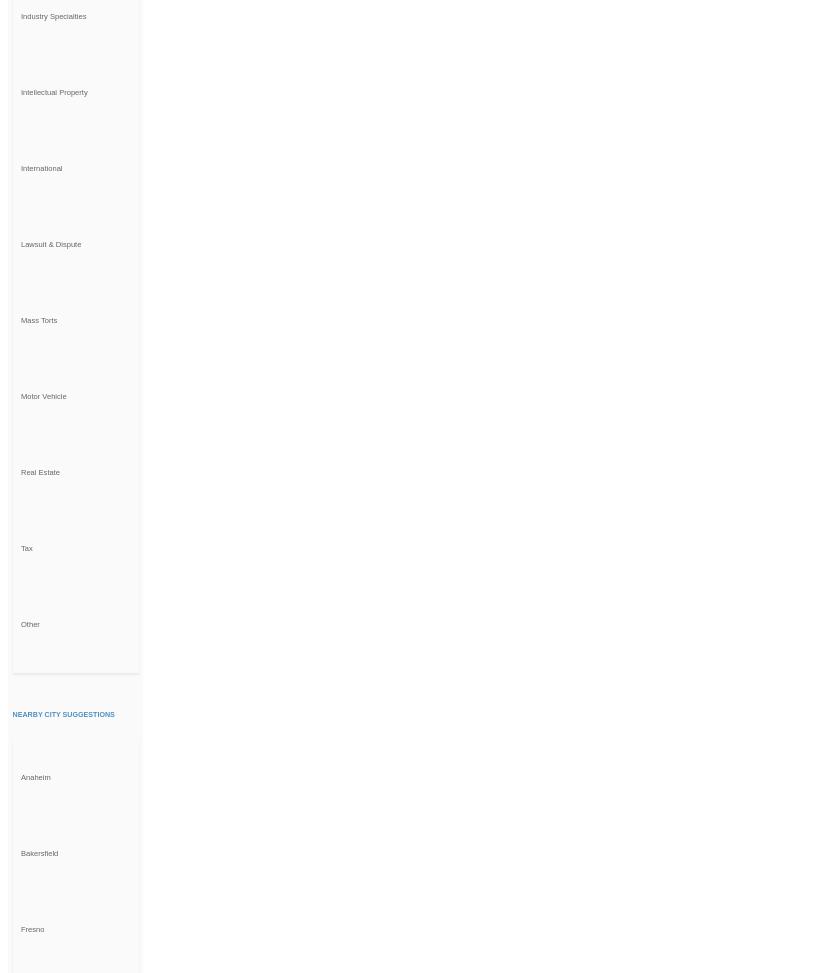 This screenshot has height=973, width=840. I want to click on 'Other', so click(29, 623).